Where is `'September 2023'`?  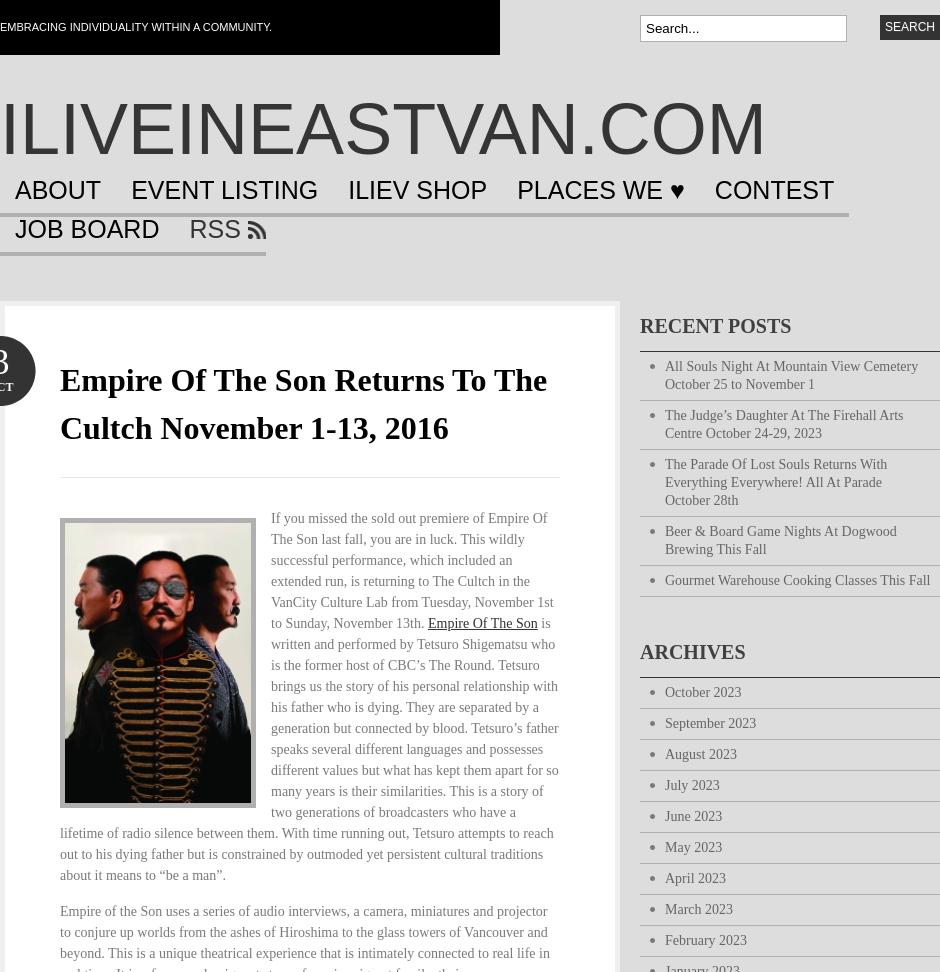
'September 2023' is located at coordinates (710, 722).